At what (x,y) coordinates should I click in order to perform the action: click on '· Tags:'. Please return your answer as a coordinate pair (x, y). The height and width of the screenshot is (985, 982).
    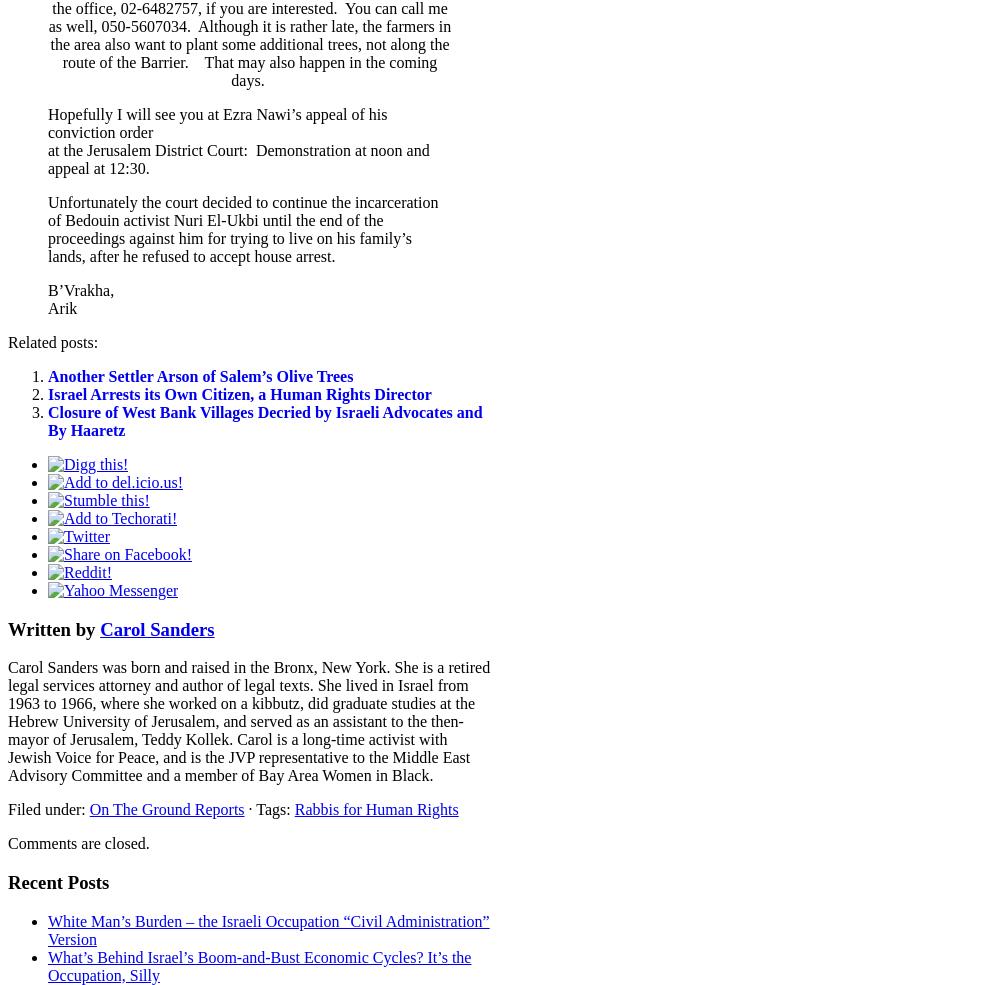
    Looking at the image, I should click on (268, 808).